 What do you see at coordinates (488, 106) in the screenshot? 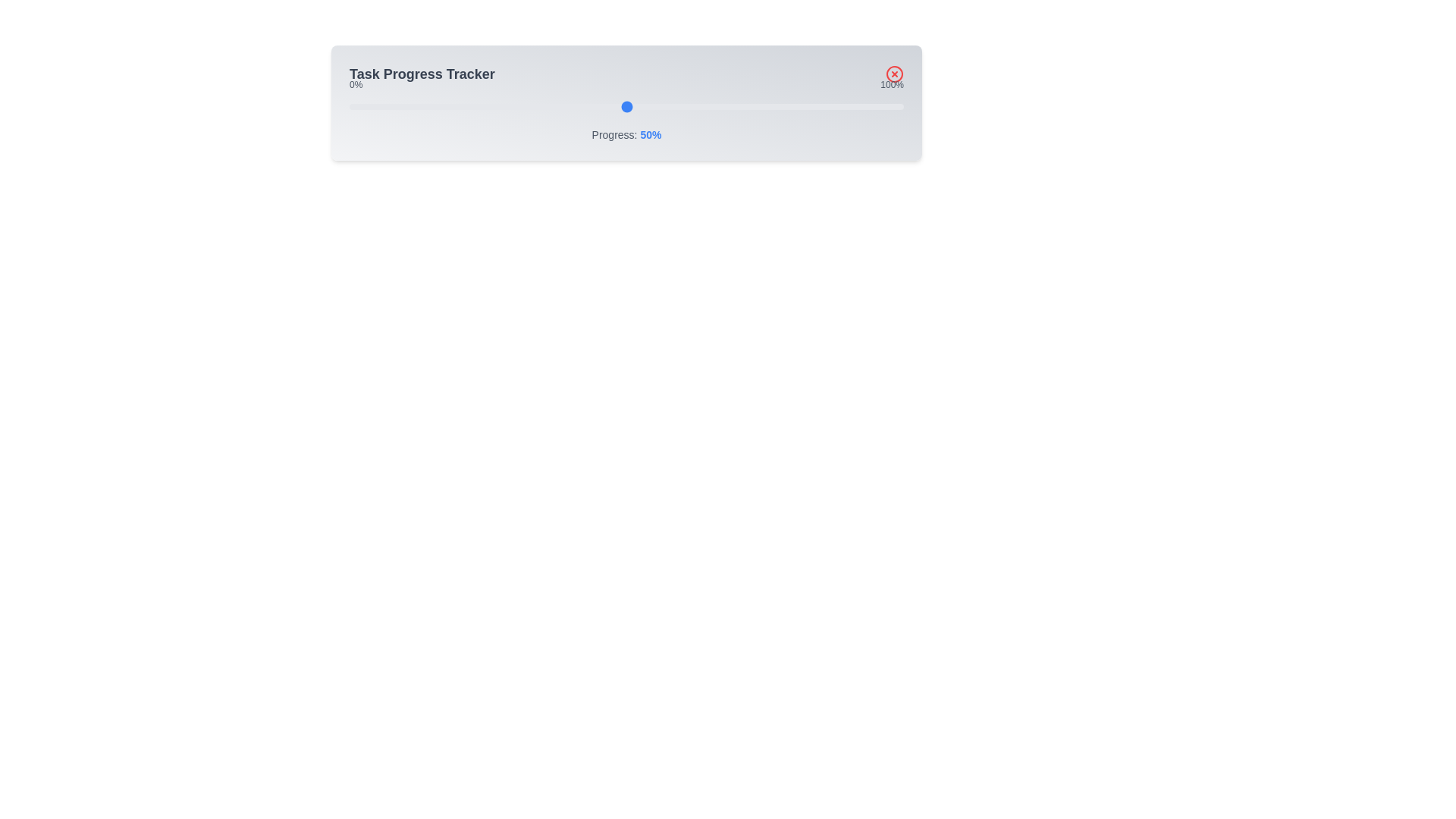
I see `the slider` at bounding box center [488, 106].